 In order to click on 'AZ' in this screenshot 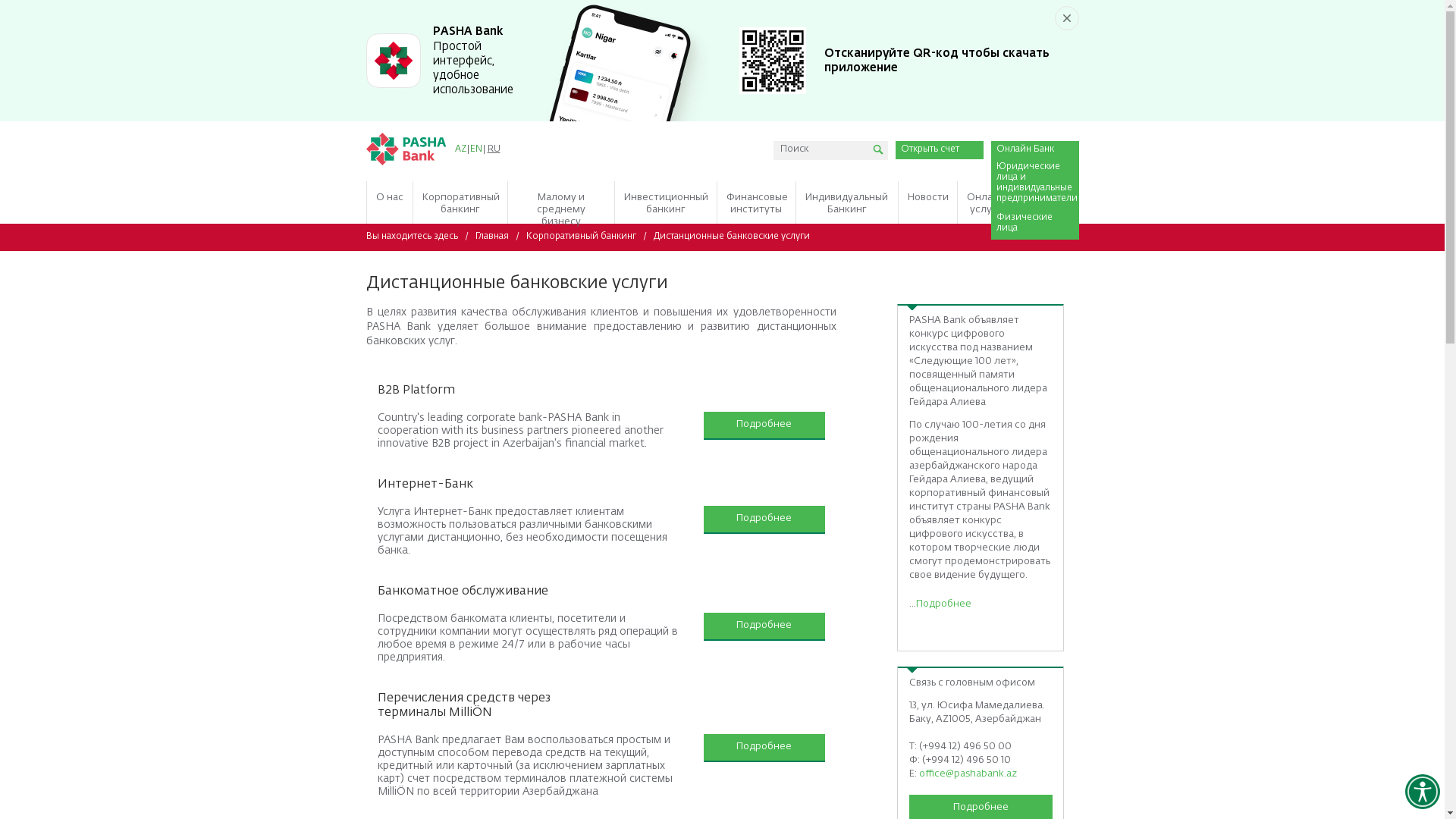, I will do `click(459, 149)`.